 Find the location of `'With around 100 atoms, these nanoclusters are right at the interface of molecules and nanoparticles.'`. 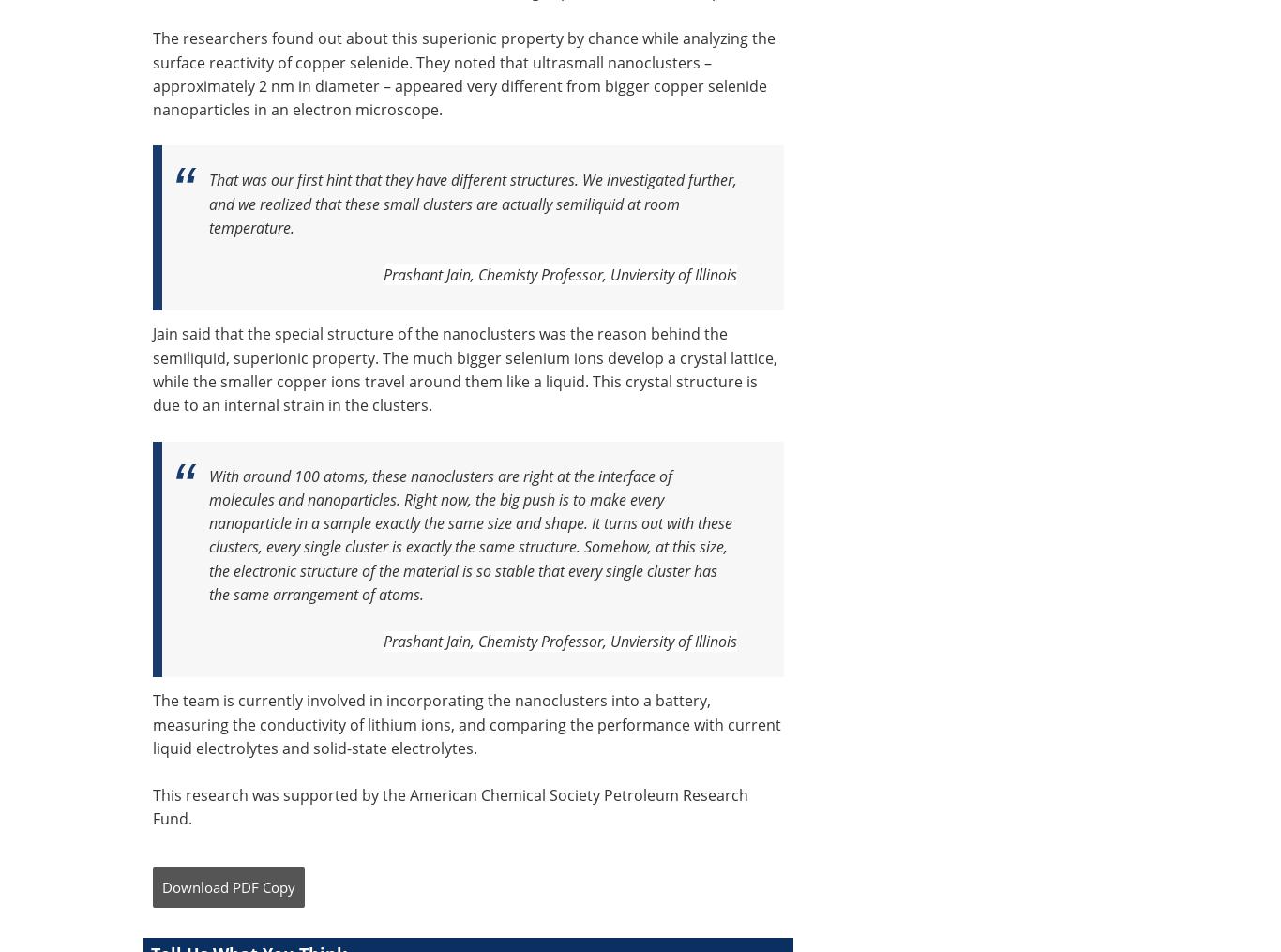

'With around 100 atoms, these nanoclusters are right at the interface of molecules and nanoparticles.' is located at coordinates (441, 487).